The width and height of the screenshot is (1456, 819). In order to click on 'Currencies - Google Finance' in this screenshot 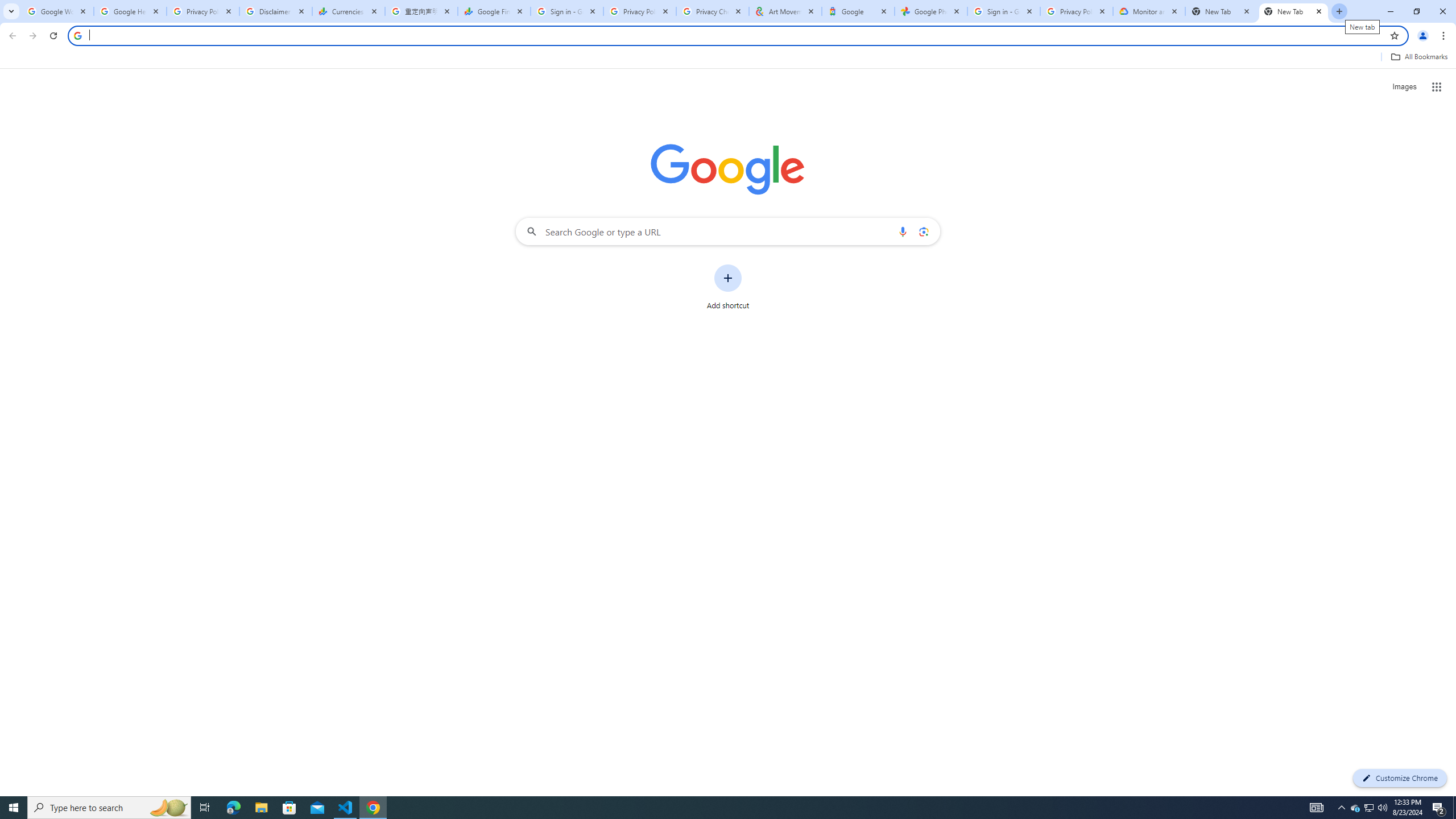, I will do `click(348, 11)`.